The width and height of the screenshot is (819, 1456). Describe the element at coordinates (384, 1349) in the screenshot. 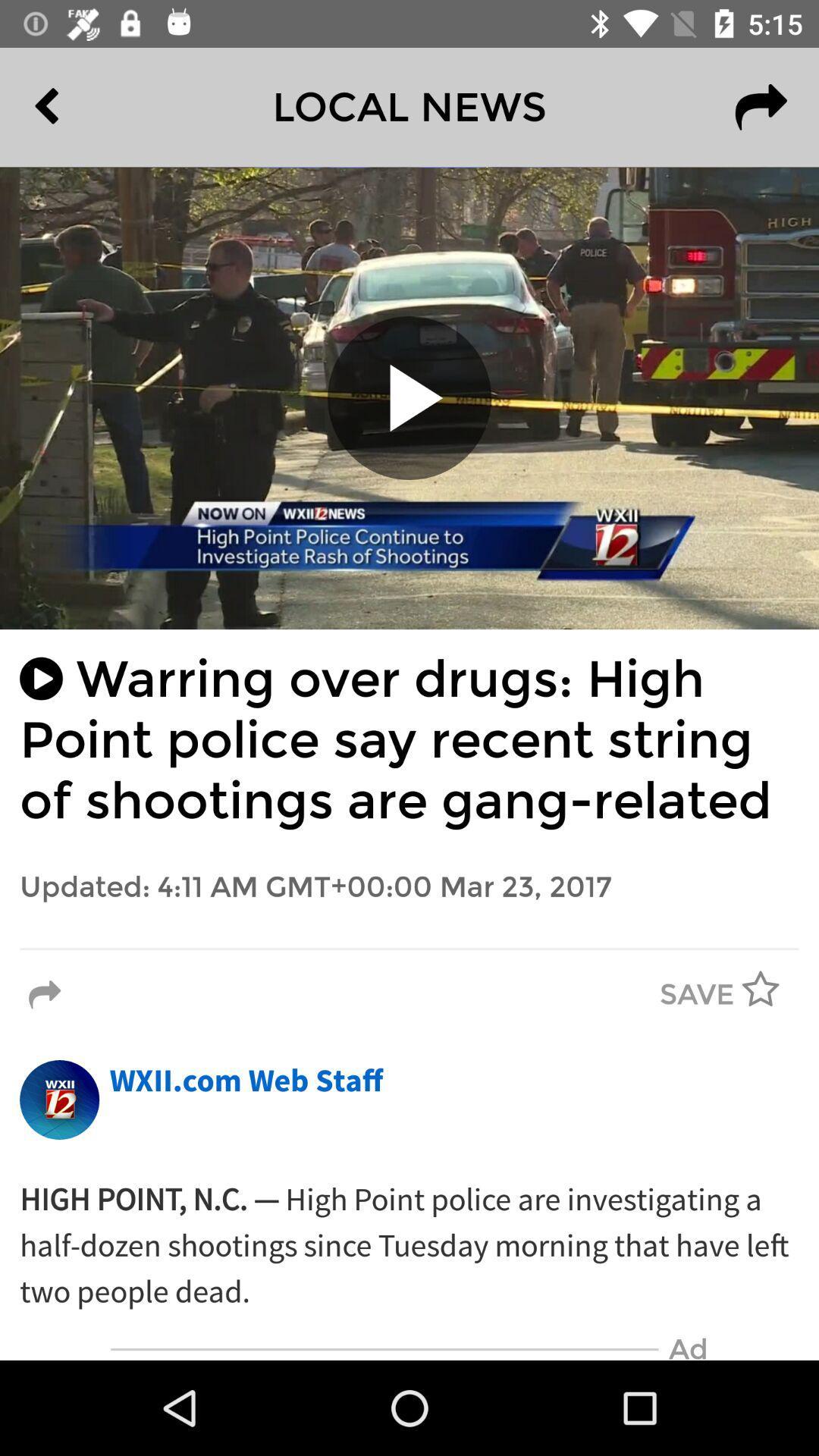

I see `the item to the left of the ad icon` at that location.